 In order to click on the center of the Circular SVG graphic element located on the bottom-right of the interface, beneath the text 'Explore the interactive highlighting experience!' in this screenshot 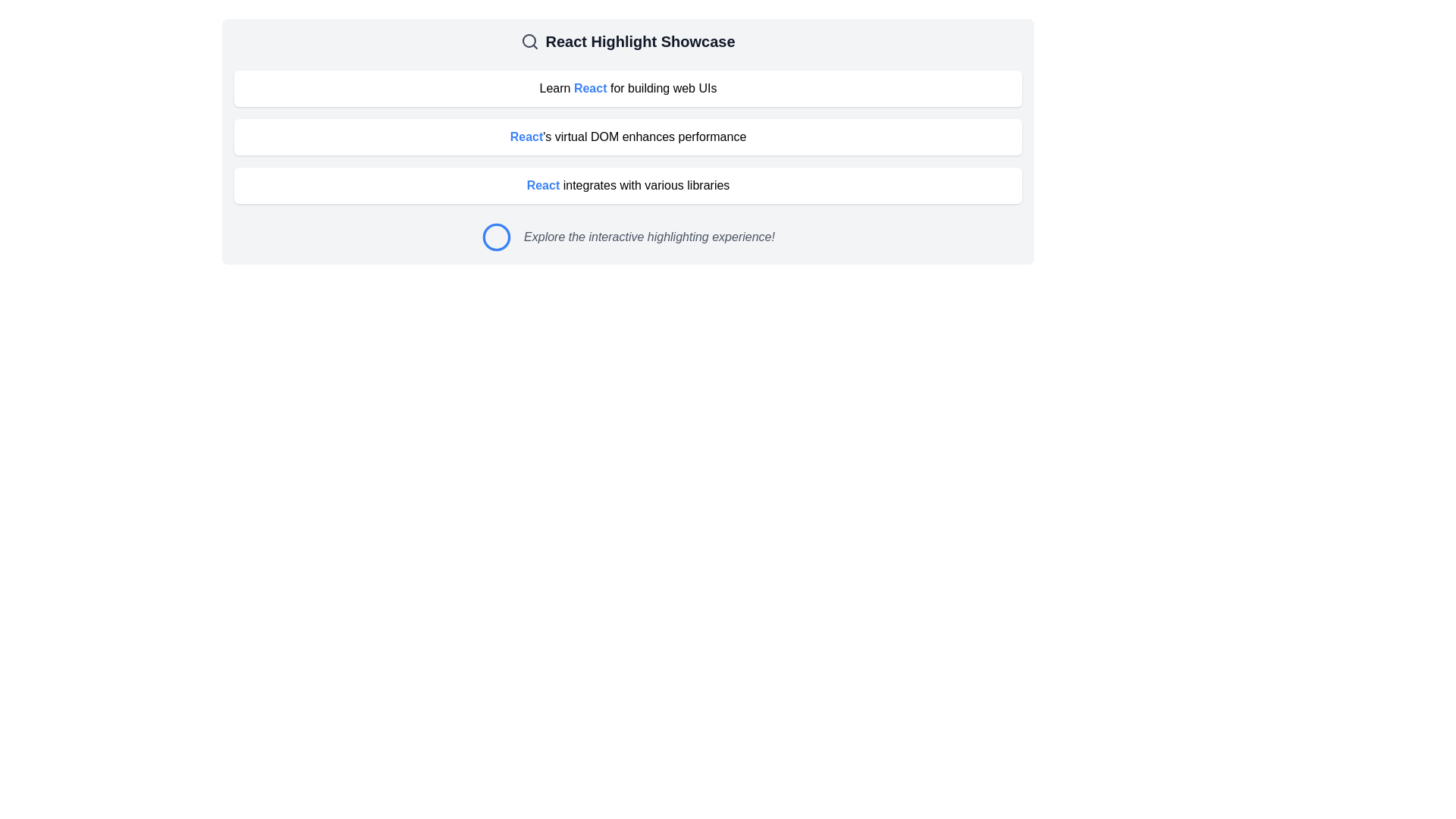, I will do `click(497, 237)`.